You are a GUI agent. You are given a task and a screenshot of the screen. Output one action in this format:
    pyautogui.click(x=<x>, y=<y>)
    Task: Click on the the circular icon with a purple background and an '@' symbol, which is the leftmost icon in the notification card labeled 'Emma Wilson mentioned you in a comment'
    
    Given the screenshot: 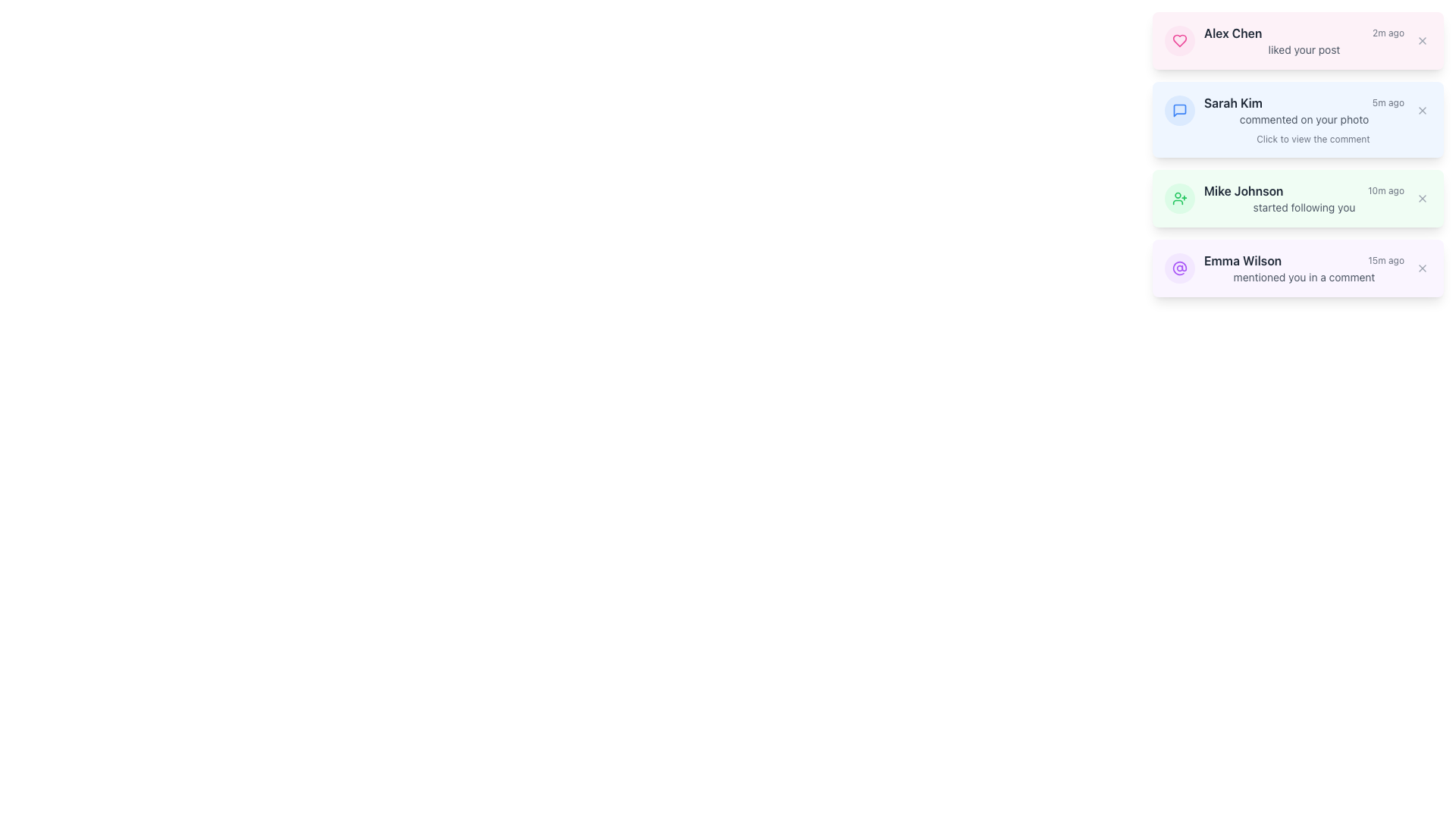 What is the action you would take?
    pyautogui.click(x=1178, y=268)
    